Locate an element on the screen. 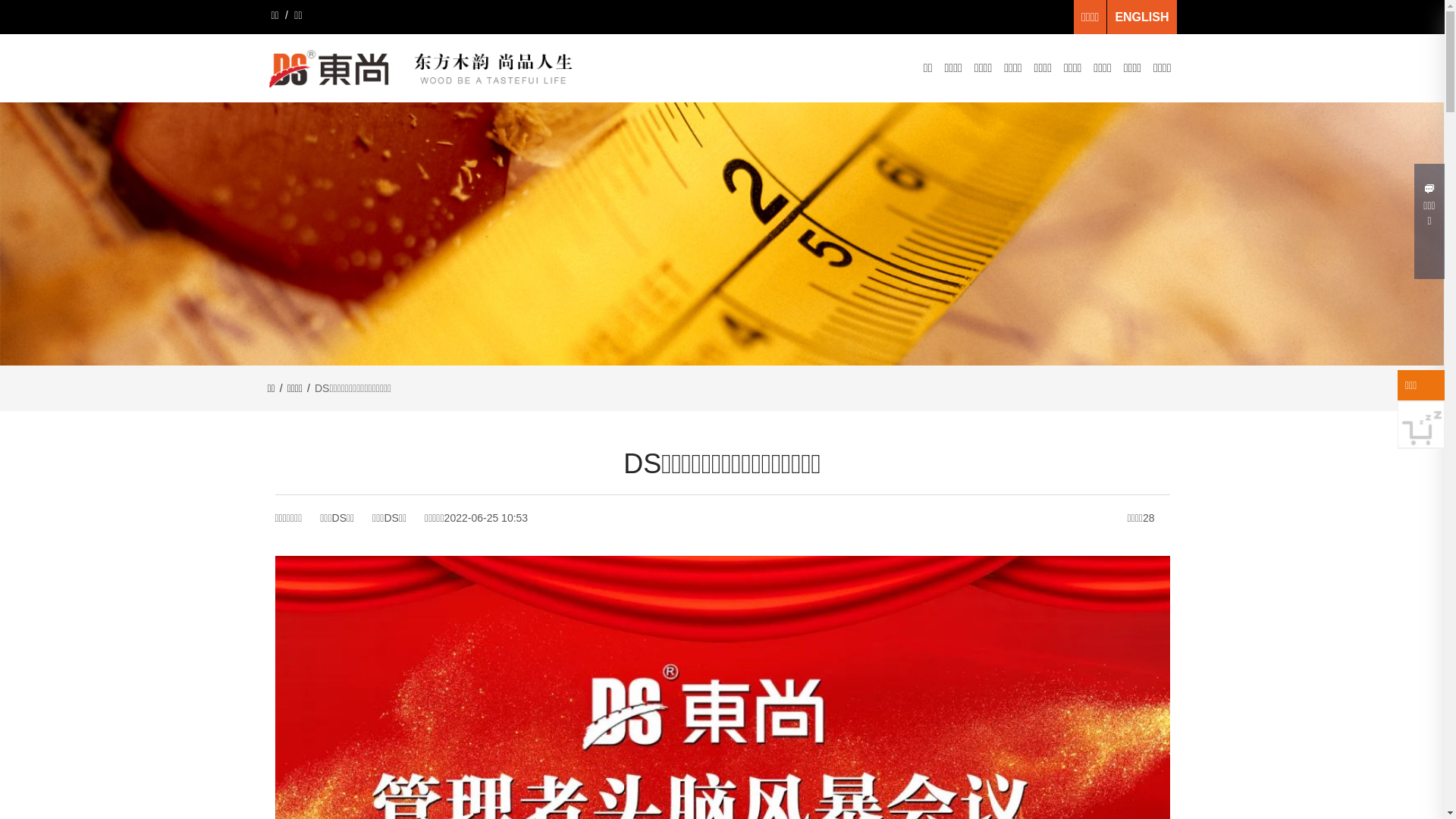 The height and width of the screenshot is (819, 1456). 'ENGLISH' is located at coordinates (1141, 17).